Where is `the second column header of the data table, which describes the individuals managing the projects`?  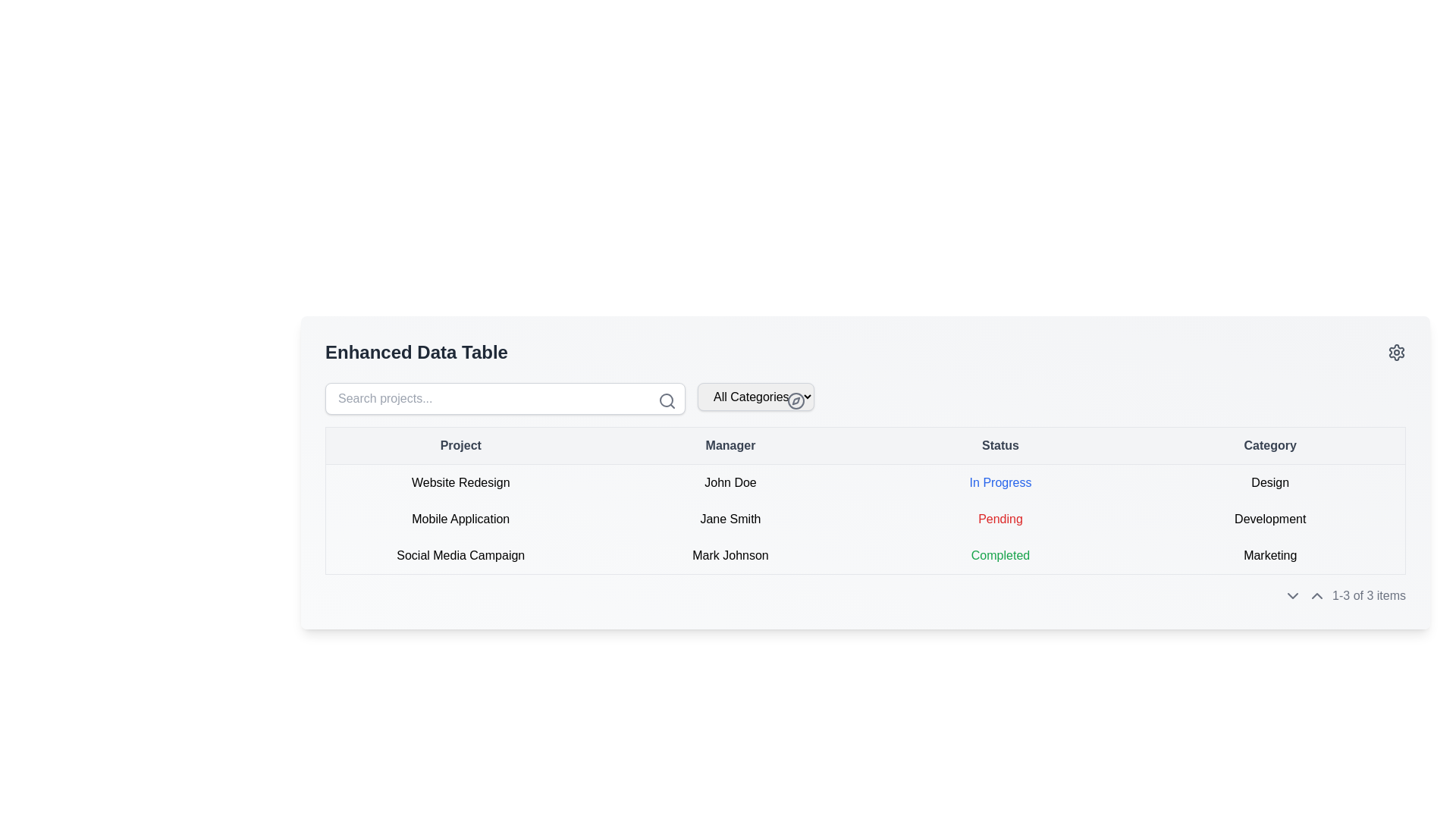
the second column header of the data table, which describes the individuals managing the projects is located at coordinates (730, 444).